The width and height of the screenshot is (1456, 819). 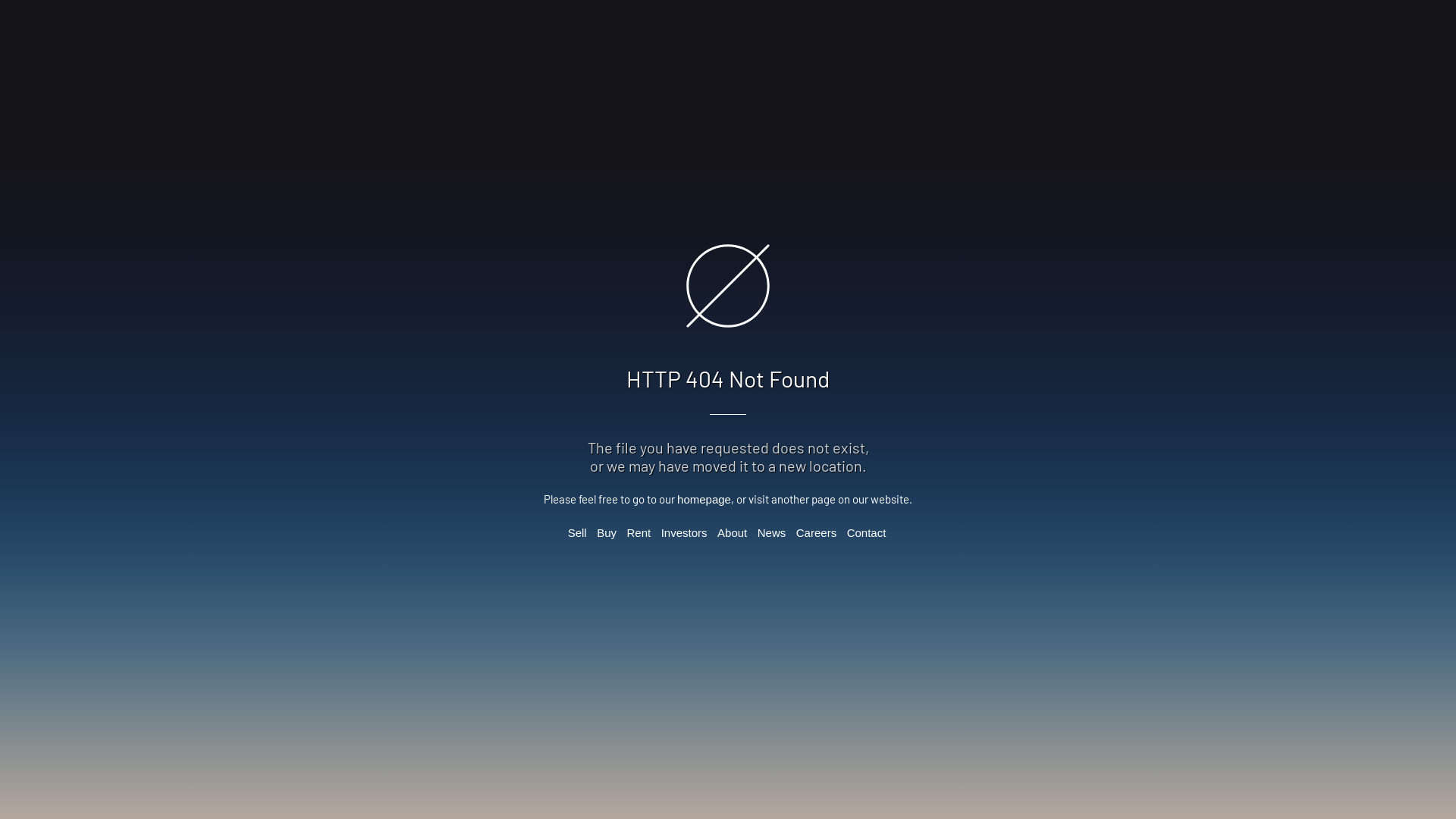 What do you see at coordinates (683, 532) in the screenshot?
I see `'Investors'` at bounding box center [683, 532].